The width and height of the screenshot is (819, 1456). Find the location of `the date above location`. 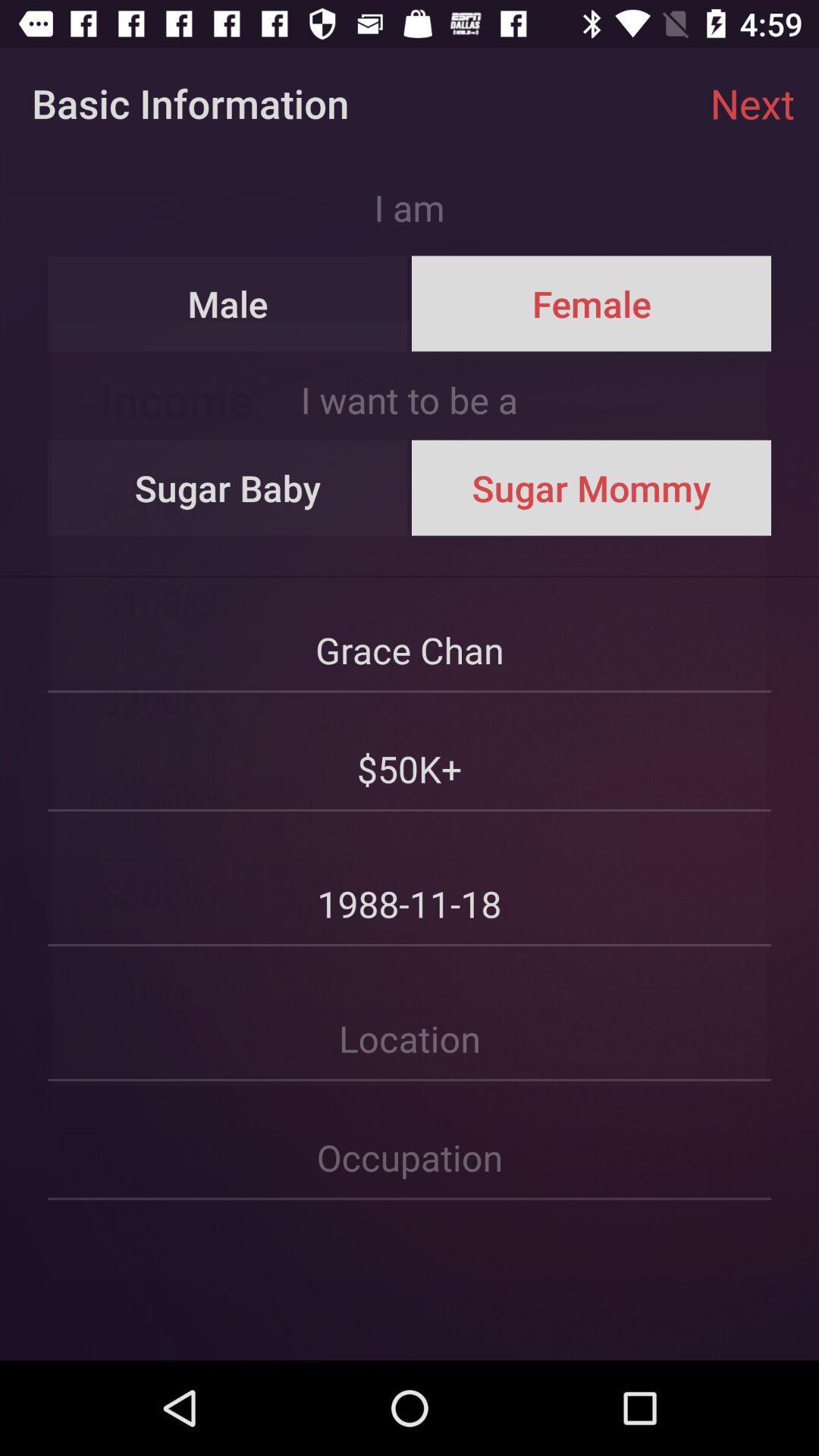

the date above location is located at coordinates (409, 880).